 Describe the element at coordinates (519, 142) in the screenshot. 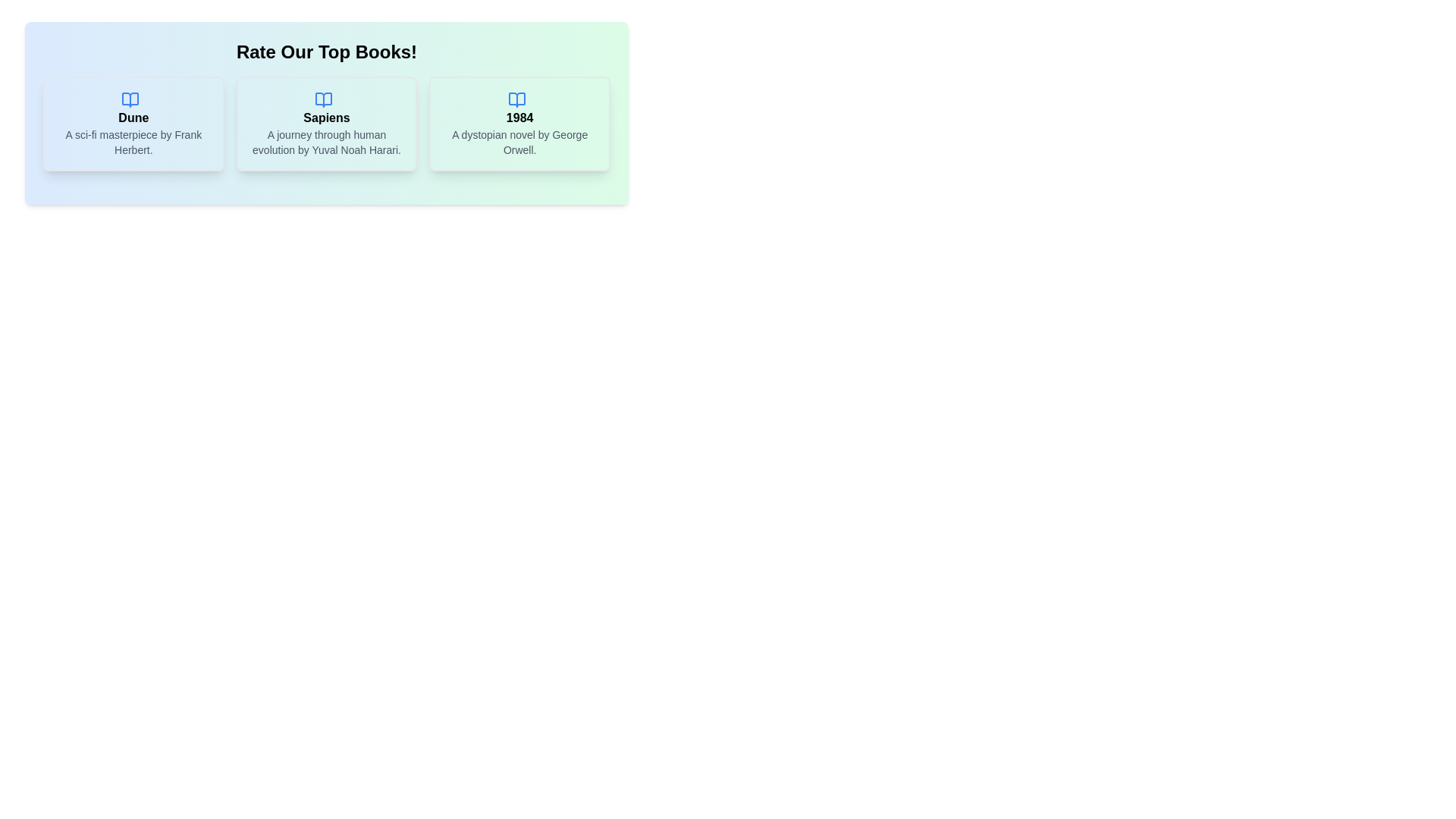

I see `the text label reading 'A dystopian novel by George Orwell.' which is styled in a smaller gray font and is located below the title '1984' in the third card of a horizontally aligned list of book cards` at that location.